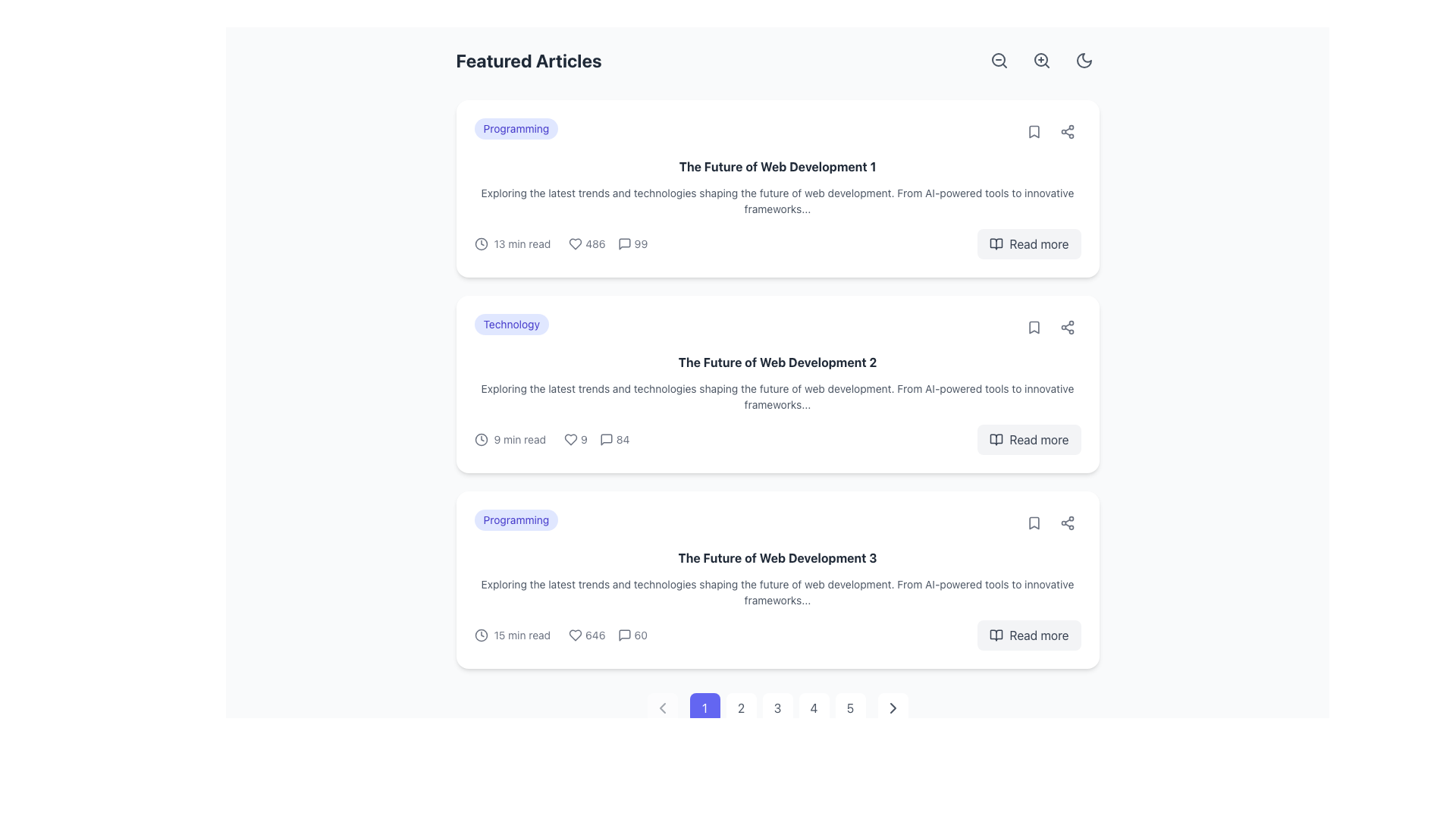 The image size is (1456, 819). What do you see at coordinates (586, 635) in the screenshot?
I see `the likes count text with an adjacent heart icon located below the article titled 'The Future of Web Development 3.'` at bounding box center [586, 635].